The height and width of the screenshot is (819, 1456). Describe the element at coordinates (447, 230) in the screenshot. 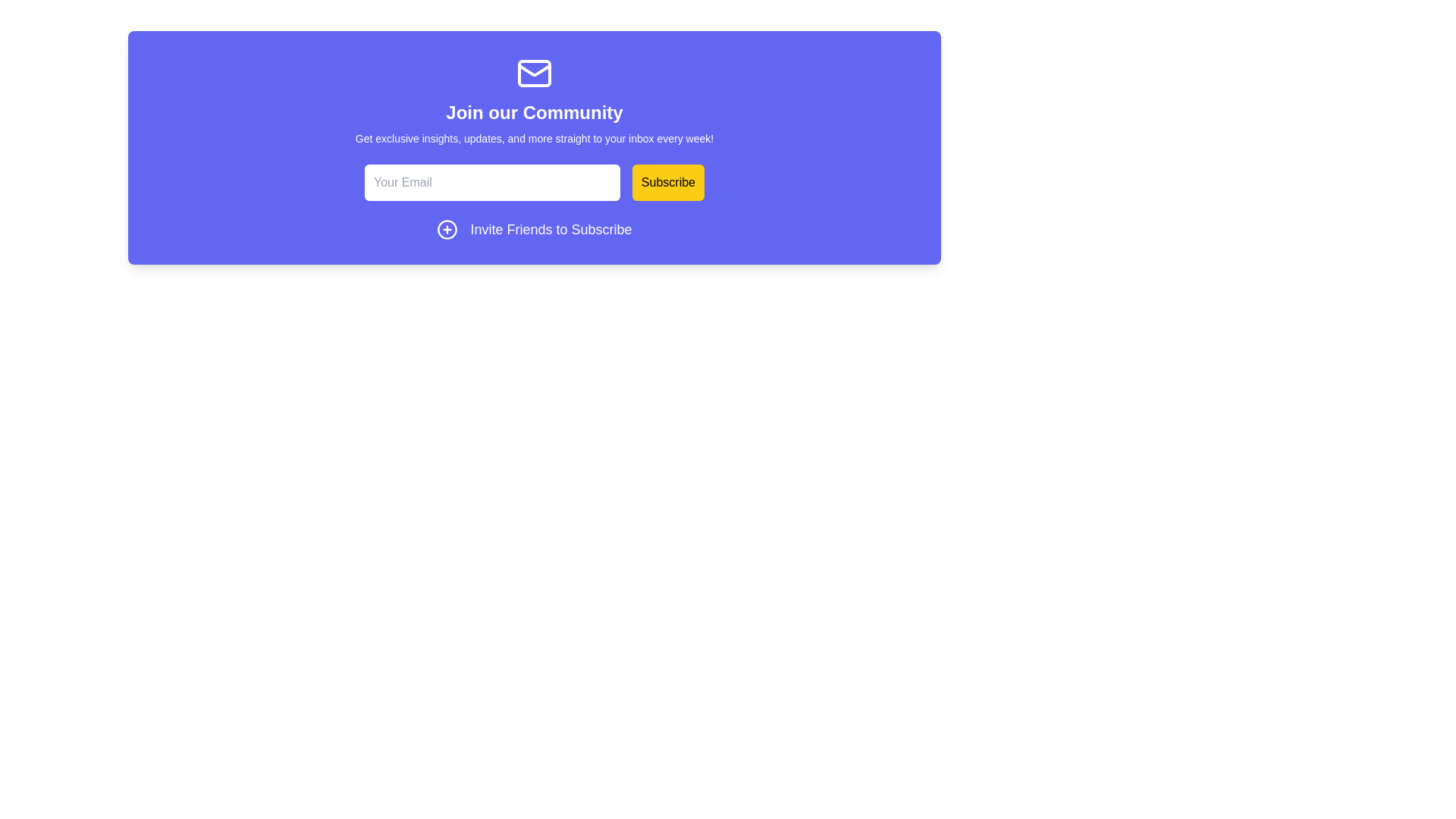

I see `the circular outlined icon featuring a plus sign to initiate the invitation process` at that location.